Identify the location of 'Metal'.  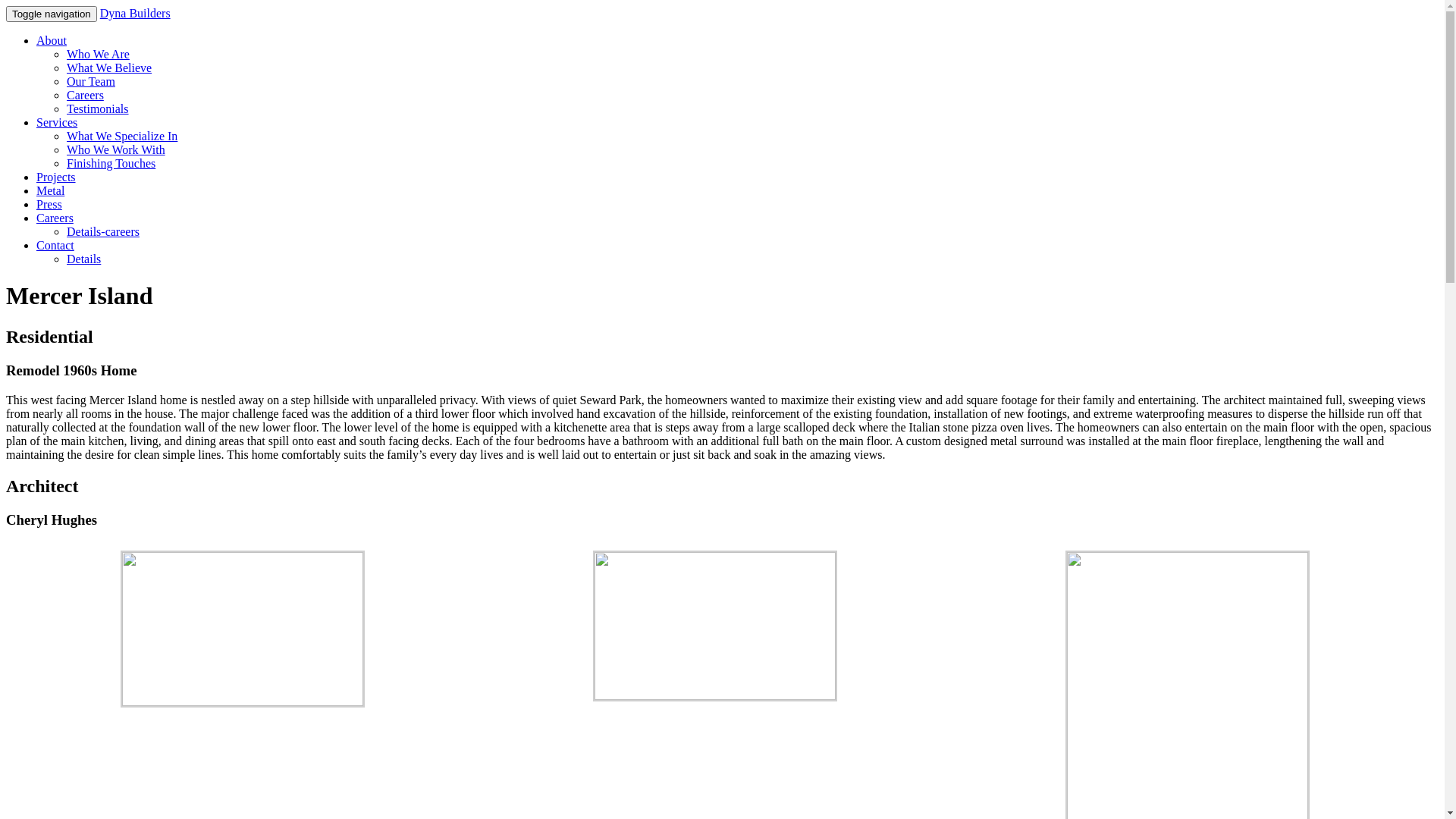
(36, 190).